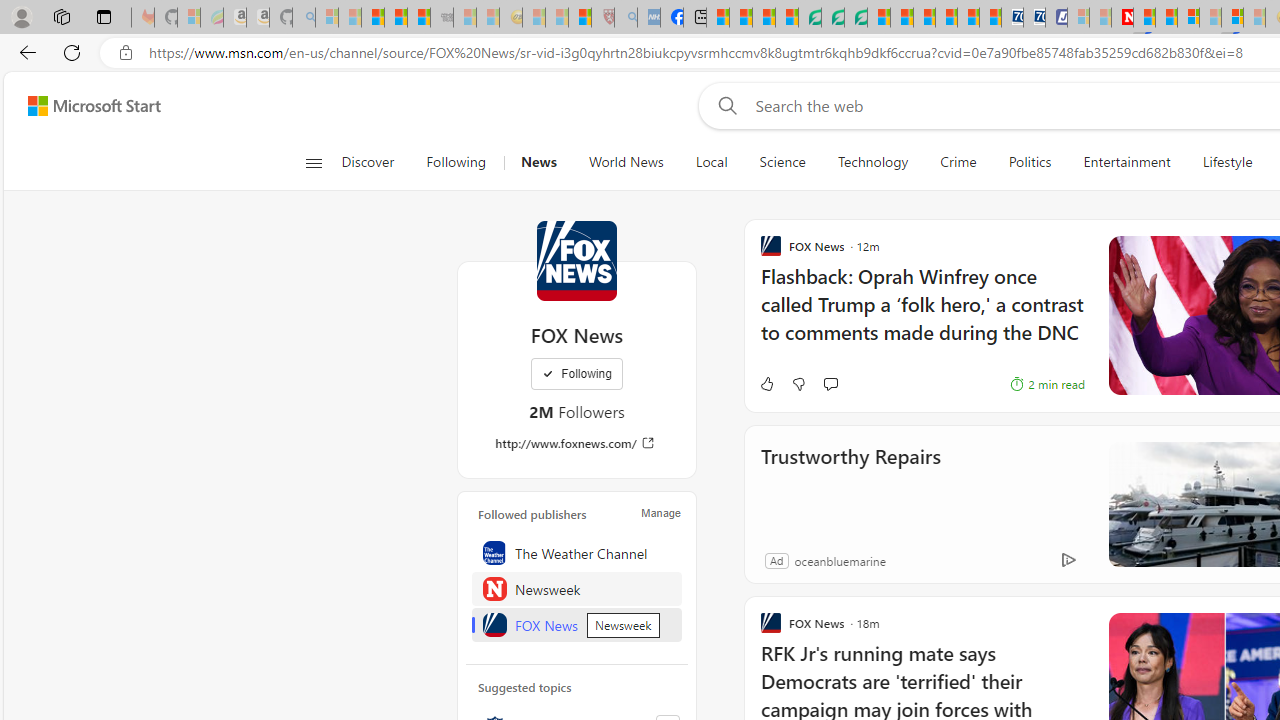  Describe the element at coordinates (575, 442) in the screenshot. I see `'http://www.foxnews.com/'` at that location.